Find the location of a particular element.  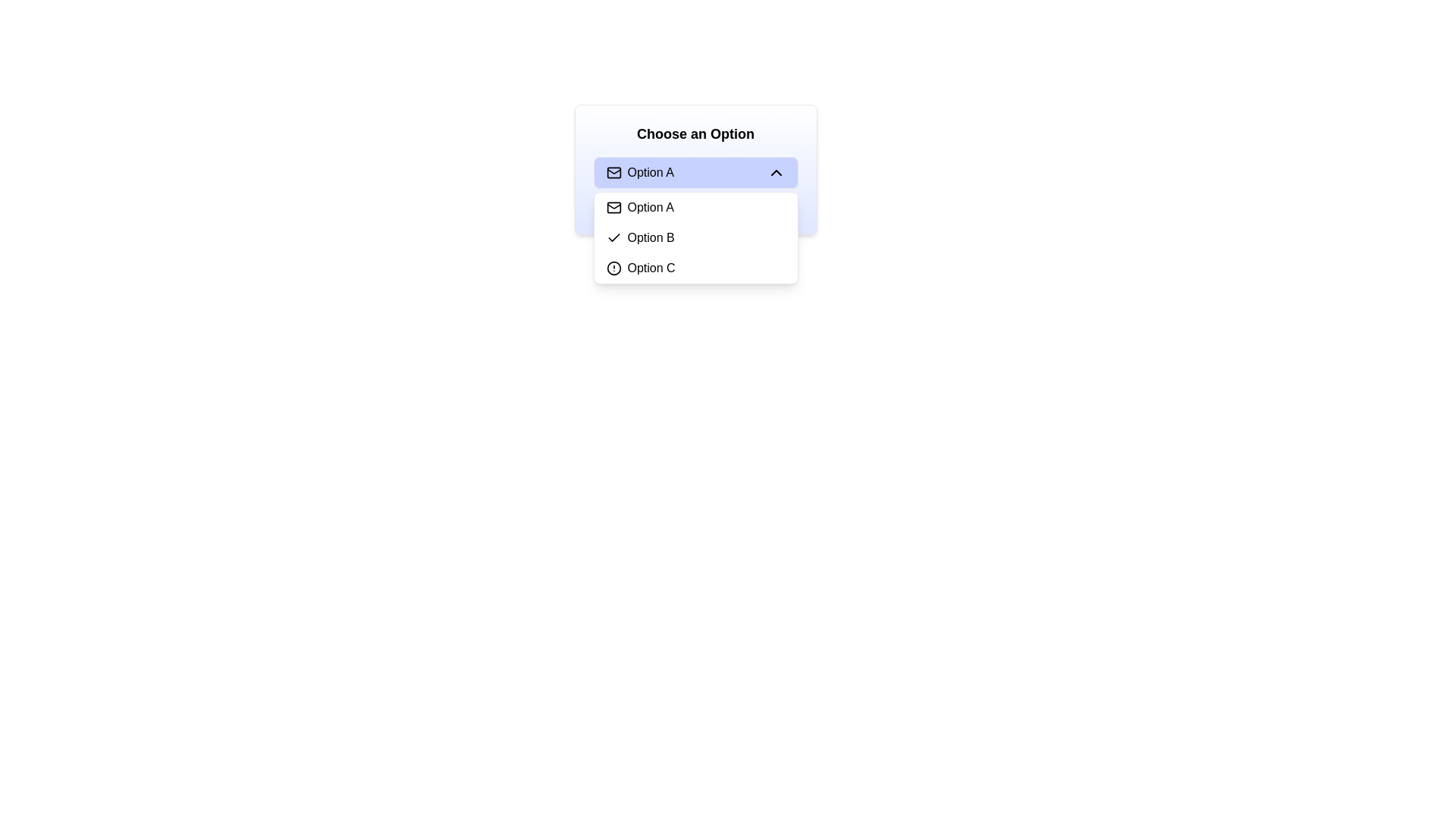

the Chevron Icon located on the right edge of the 'Option A' interactive region is located at coordinates (776, 171).